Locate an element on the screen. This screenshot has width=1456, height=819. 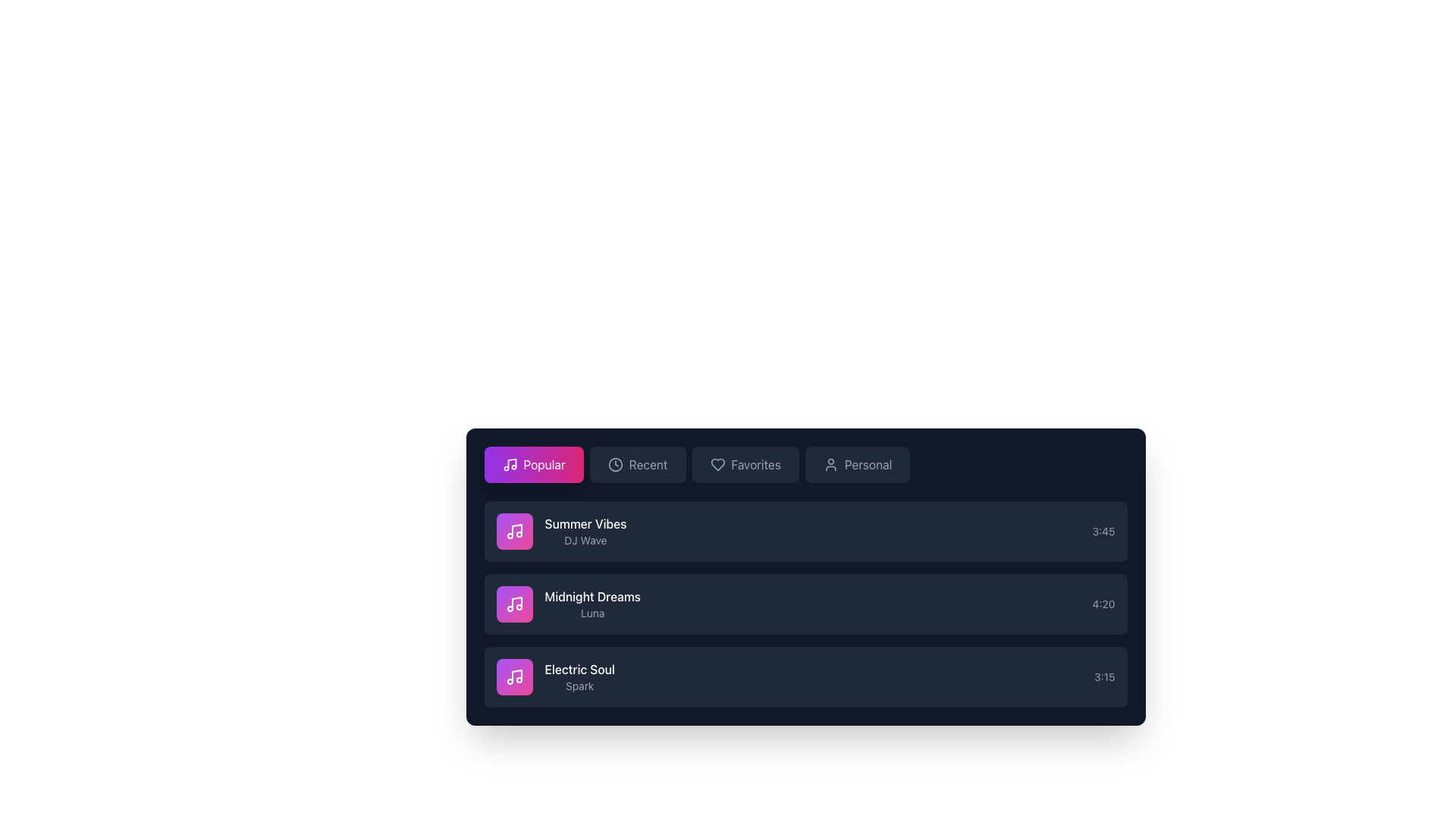
the rounded rectangular button representing the second music track, 'Midnight Dreams' by Luna, to interact with the track is located at coordinates (514, 604).